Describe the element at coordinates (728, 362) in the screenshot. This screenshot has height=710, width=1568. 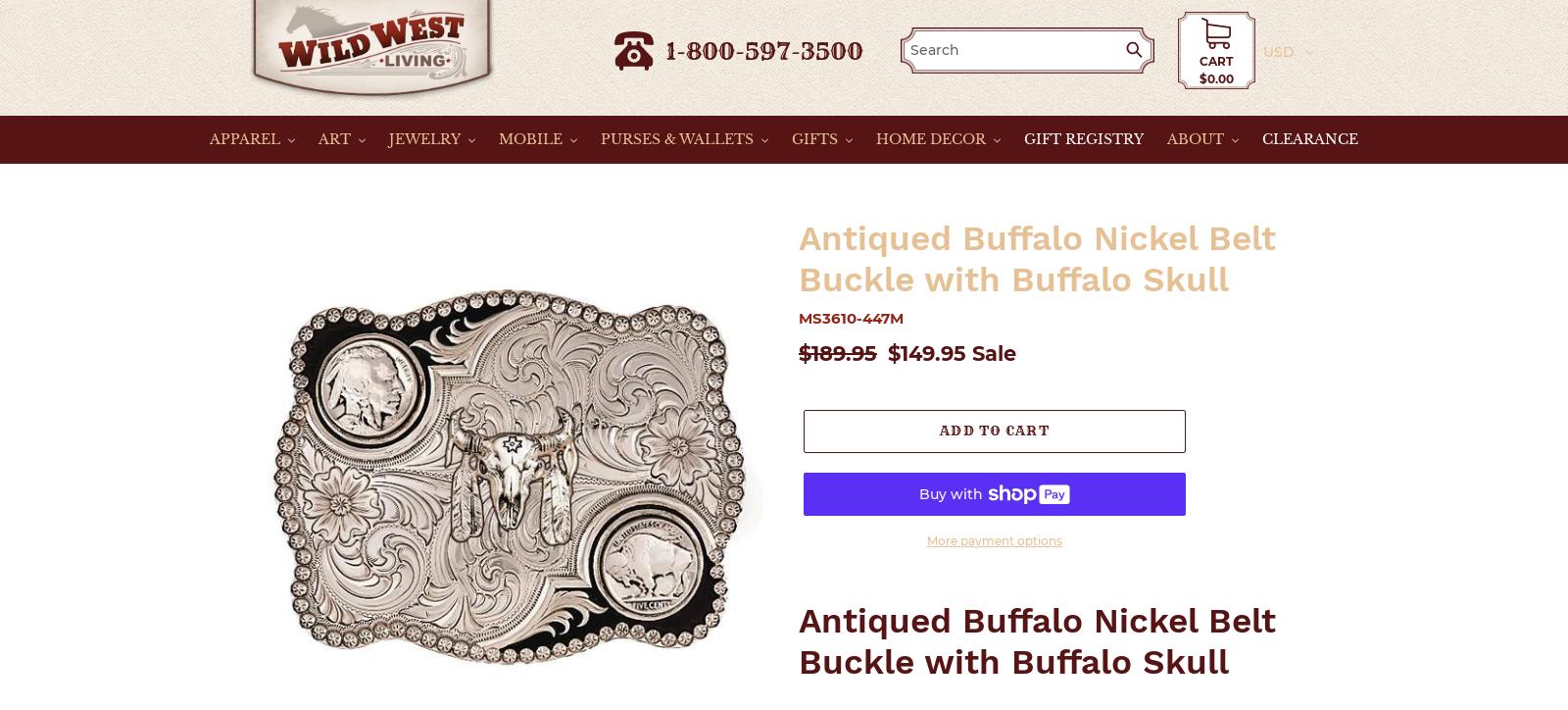
I see `'Are you a New User?'` at that location.